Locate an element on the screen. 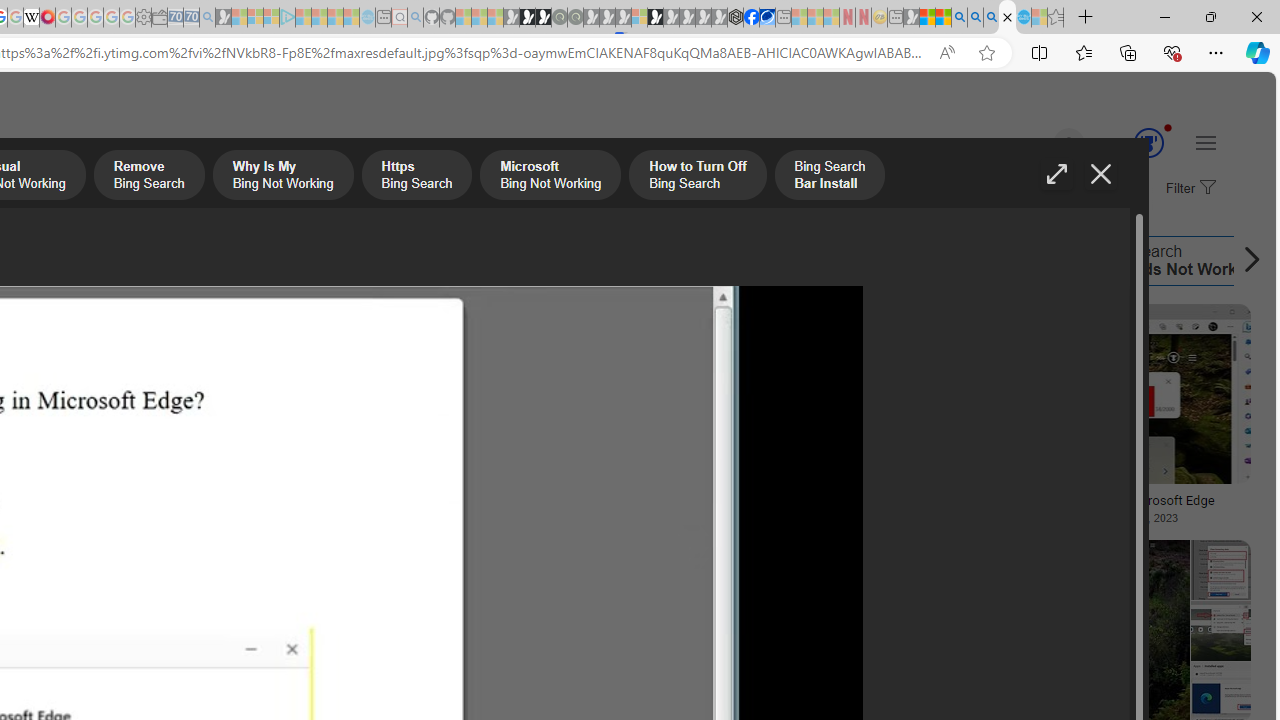  'AutomationID: serp_medal_svg' is located at coordinates (1148, 141).